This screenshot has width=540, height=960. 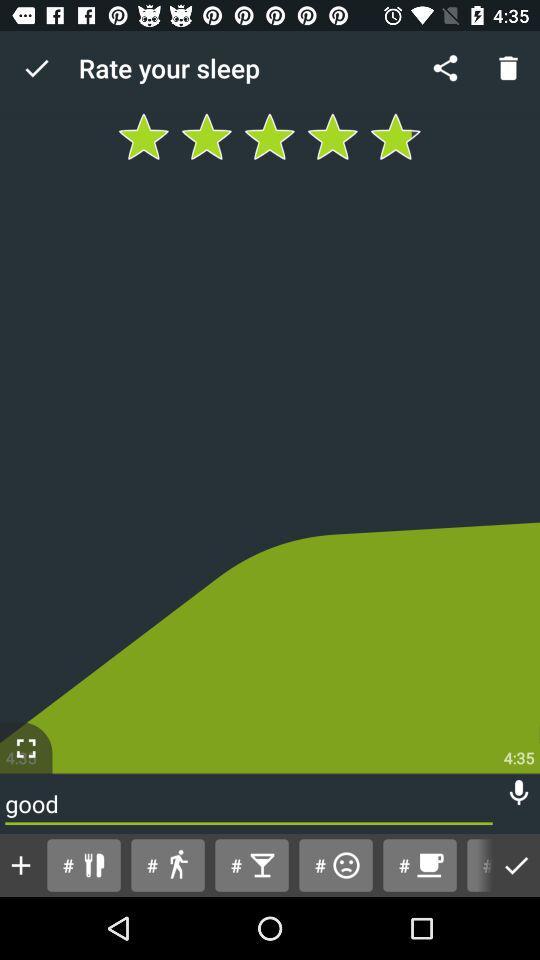 I want to click on item below the good, so click(x=20, y=864).